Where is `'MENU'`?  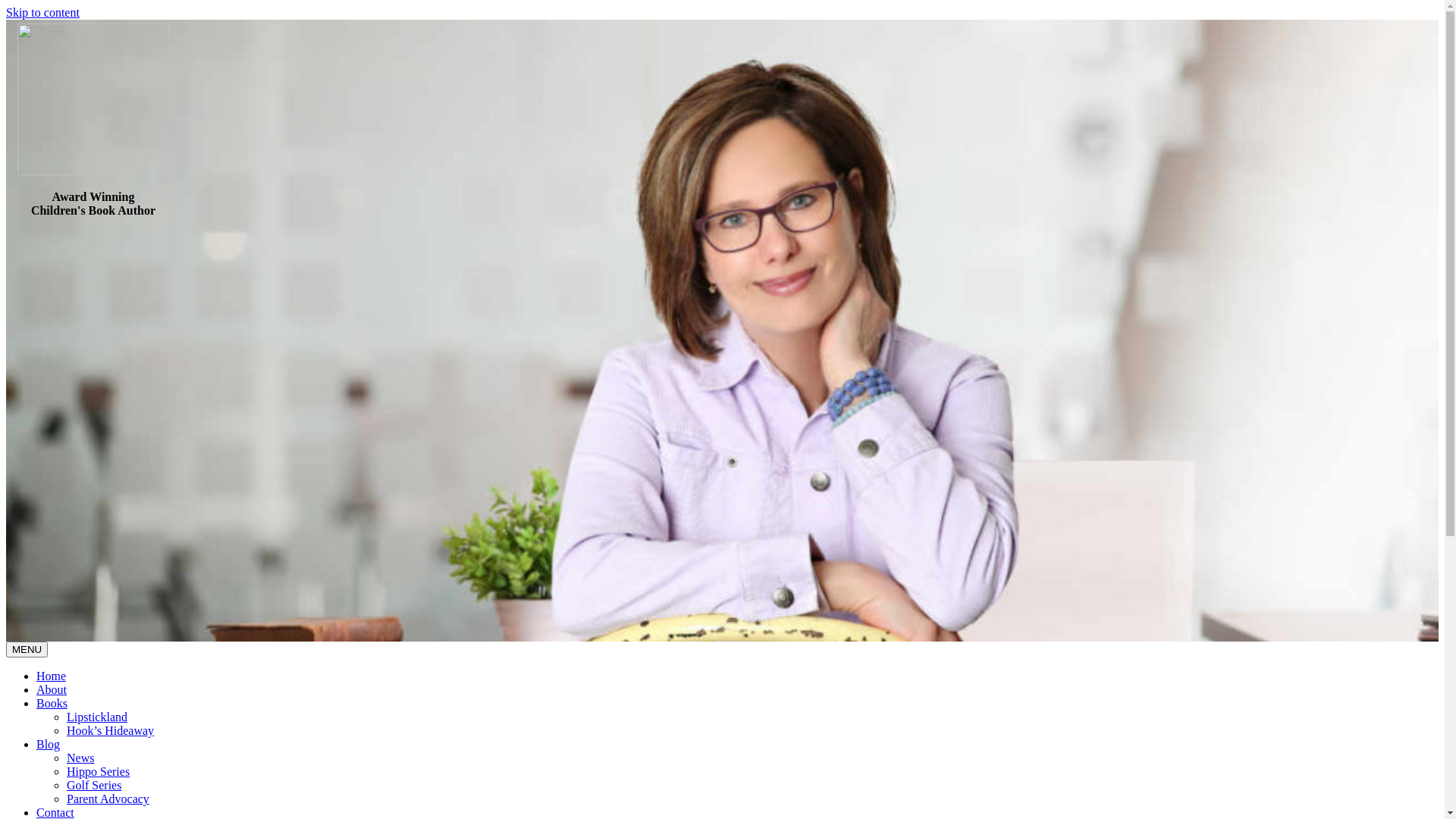 'MENU' is located at coordinates (27, 648).